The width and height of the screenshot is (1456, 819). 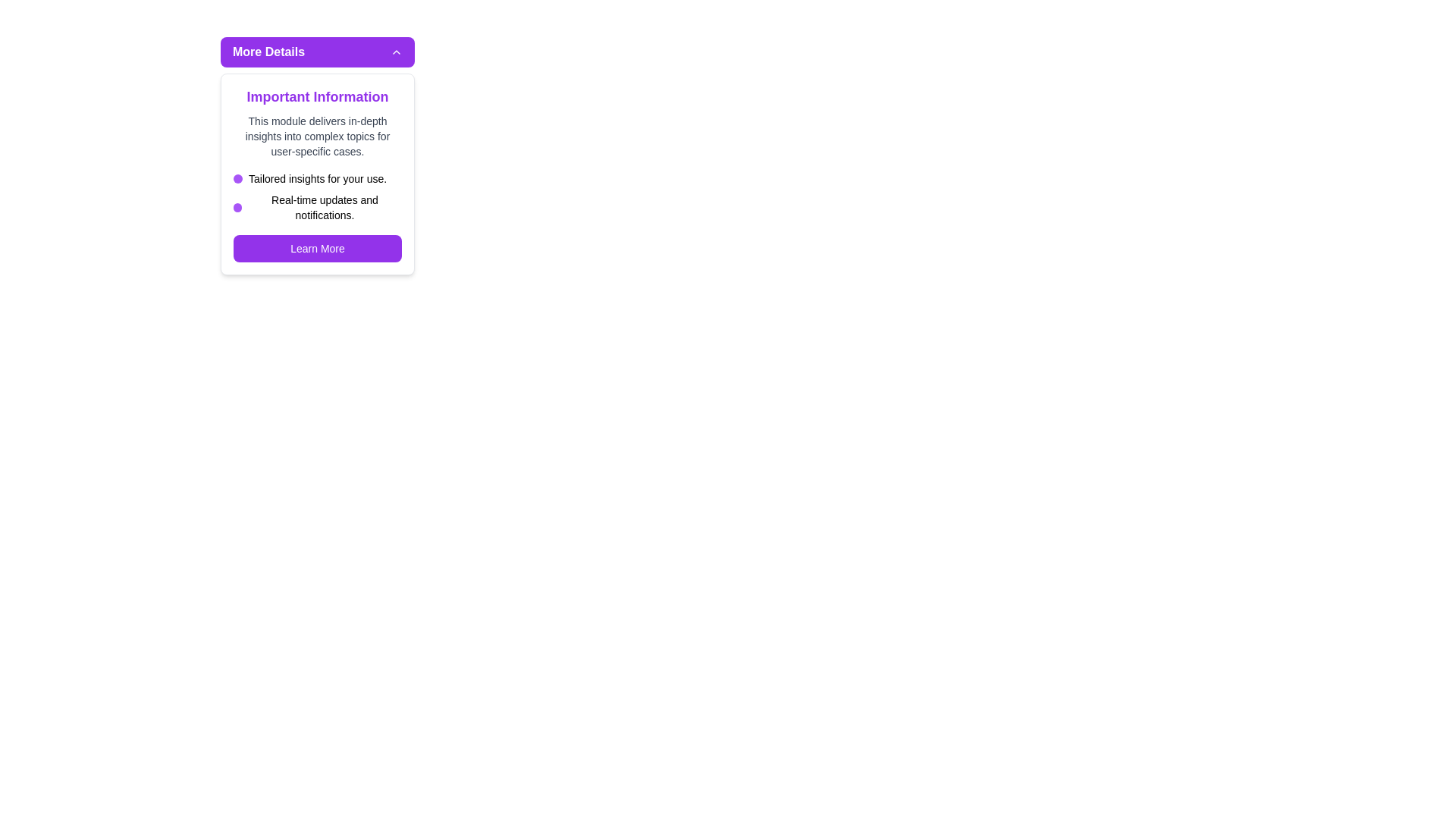 What do you see at coordinates (316, 207) in the screenshot?
I see `the second item in the vertically stacked list of notifications, which is descriptive text about real-time updates and notifications, located below a purple decorative icon` at bounding box center [316, 207].